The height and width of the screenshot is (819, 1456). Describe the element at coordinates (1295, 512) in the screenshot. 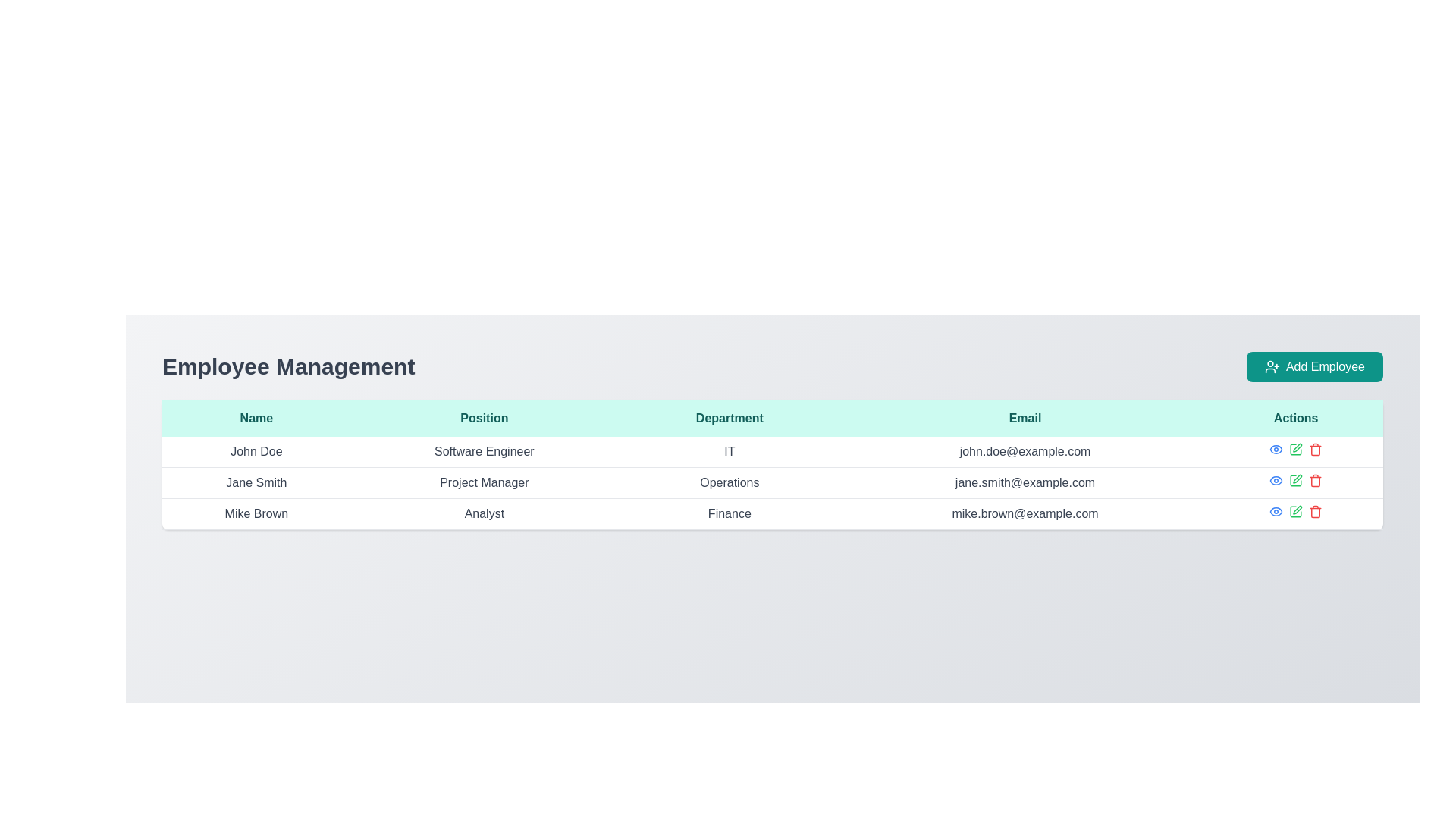

I see `the Icon group button in the Actions column corresponding to 'Mike Brown'` at that location.